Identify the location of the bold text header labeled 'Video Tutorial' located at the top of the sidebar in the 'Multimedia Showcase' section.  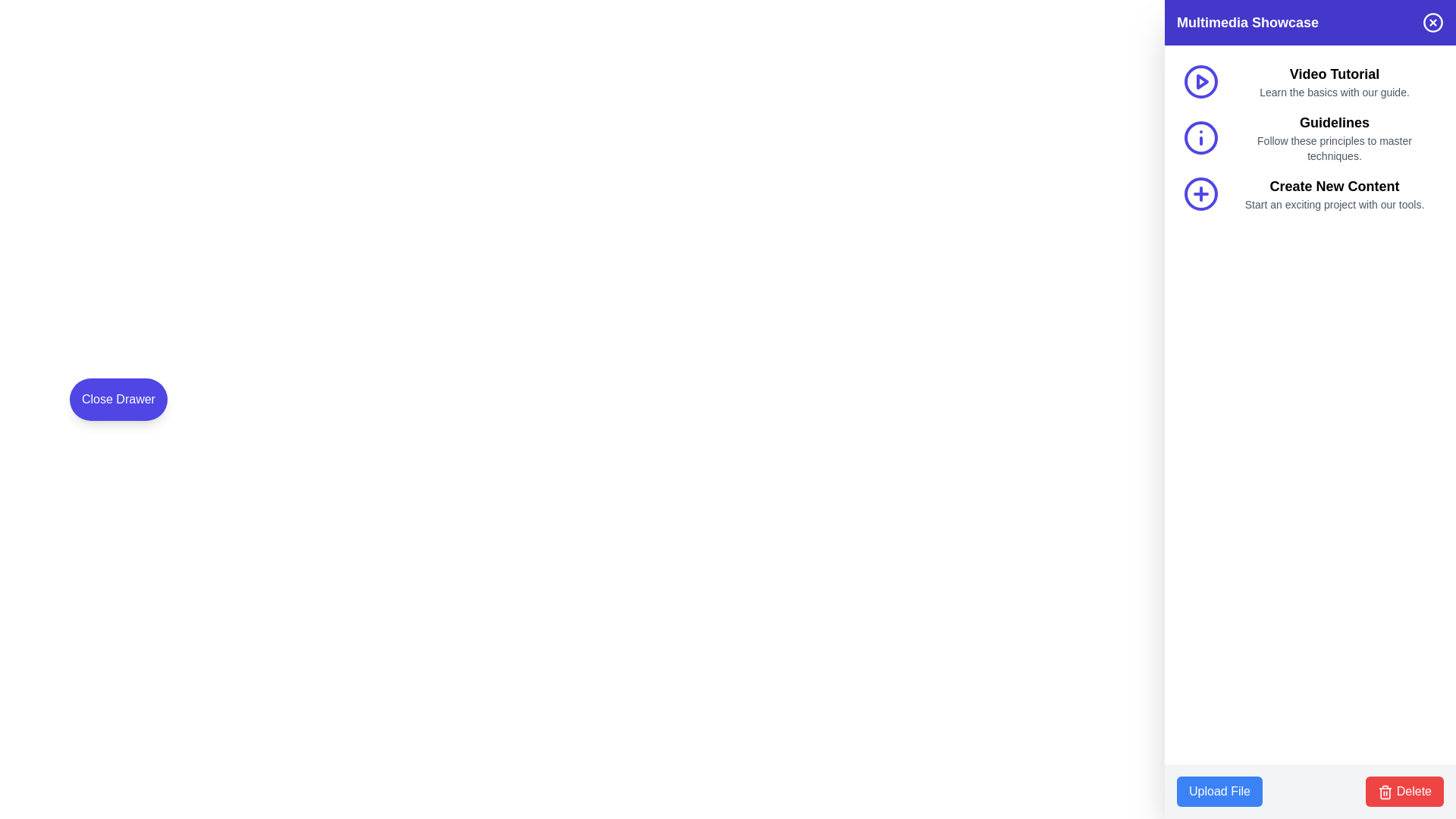
(1335, 74).